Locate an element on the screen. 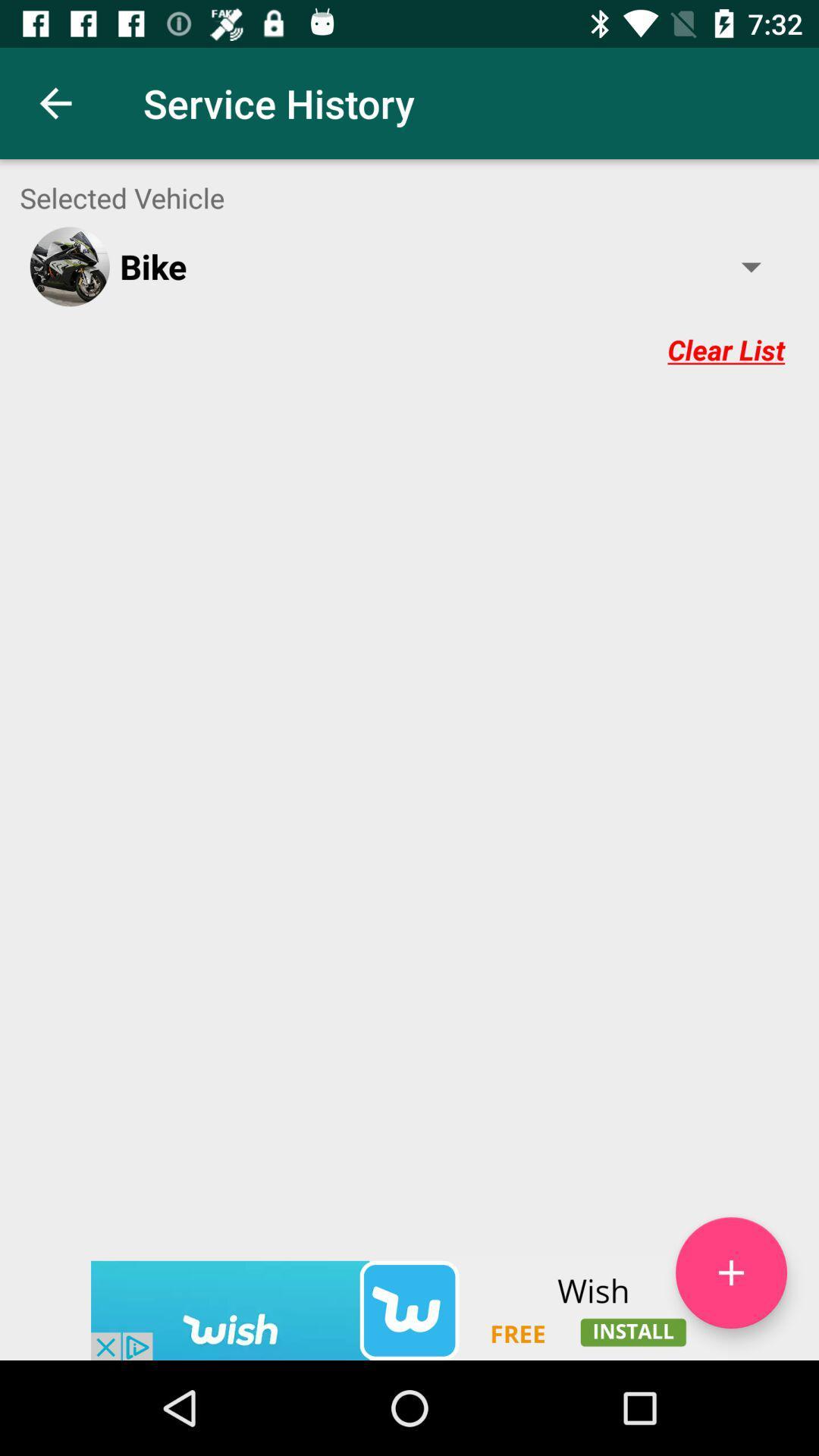 The width and height of the screenshot is (819, 1456). the option is located at coordinates (730, 1272).